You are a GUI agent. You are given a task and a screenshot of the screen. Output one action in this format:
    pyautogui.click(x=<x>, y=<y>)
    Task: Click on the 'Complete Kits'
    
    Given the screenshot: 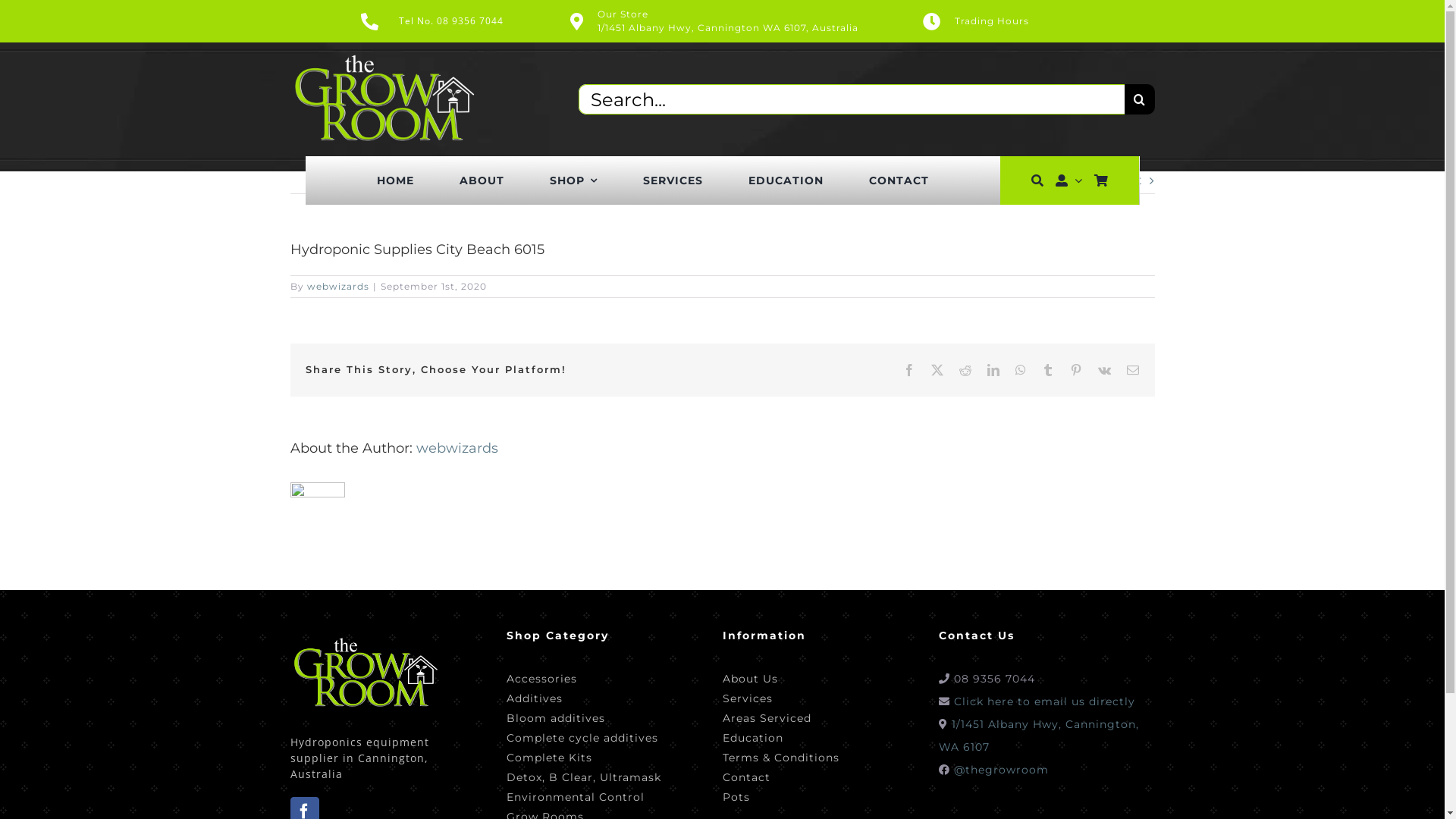 What is the action you would take?
    pyautogui.click(x=582, y=755)
    